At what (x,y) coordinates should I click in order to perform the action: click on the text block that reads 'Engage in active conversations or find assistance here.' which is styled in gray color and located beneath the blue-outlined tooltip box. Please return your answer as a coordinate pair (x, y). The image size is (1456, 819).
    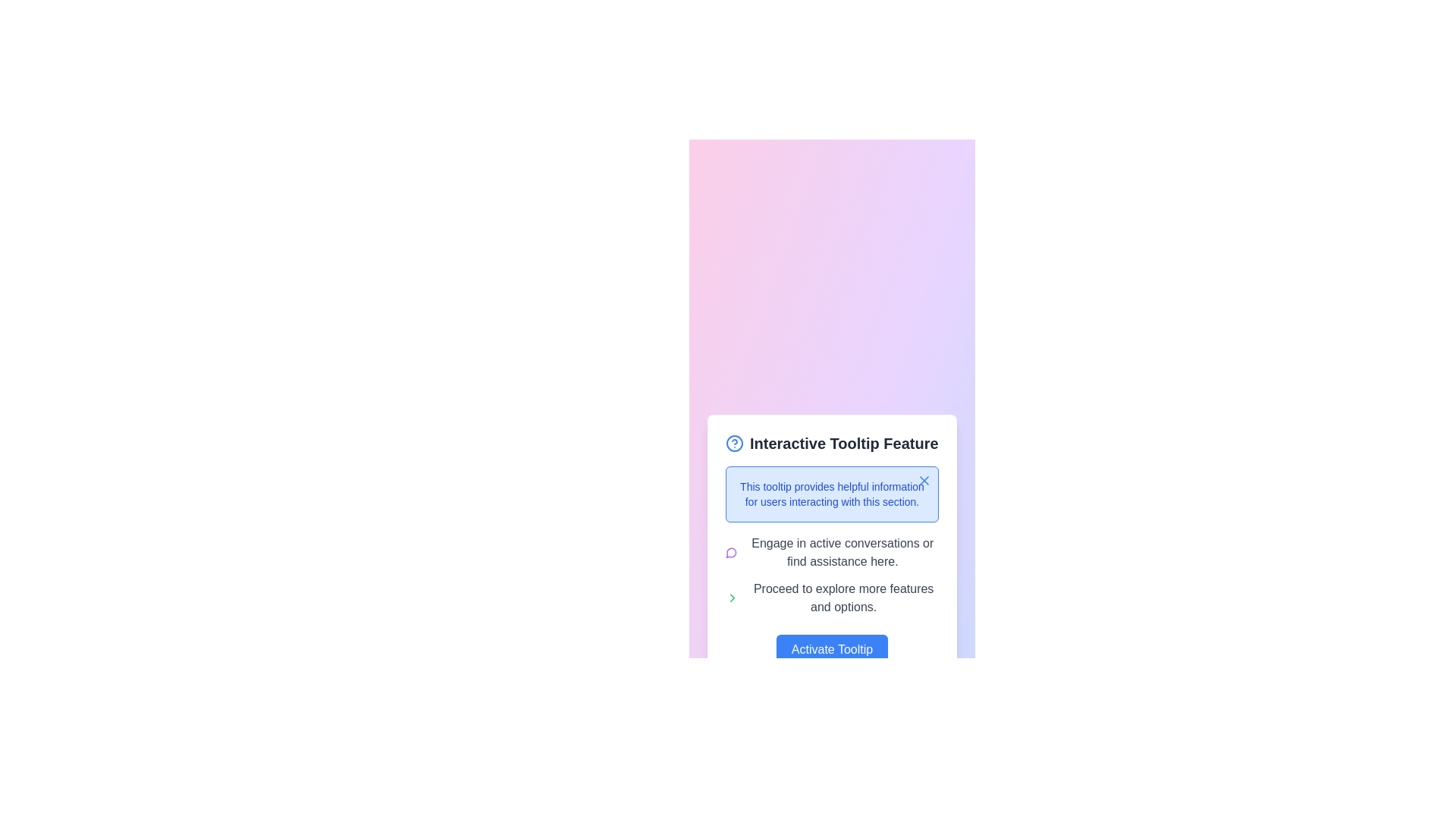
    Looking at the image, I should click on (831, 549).